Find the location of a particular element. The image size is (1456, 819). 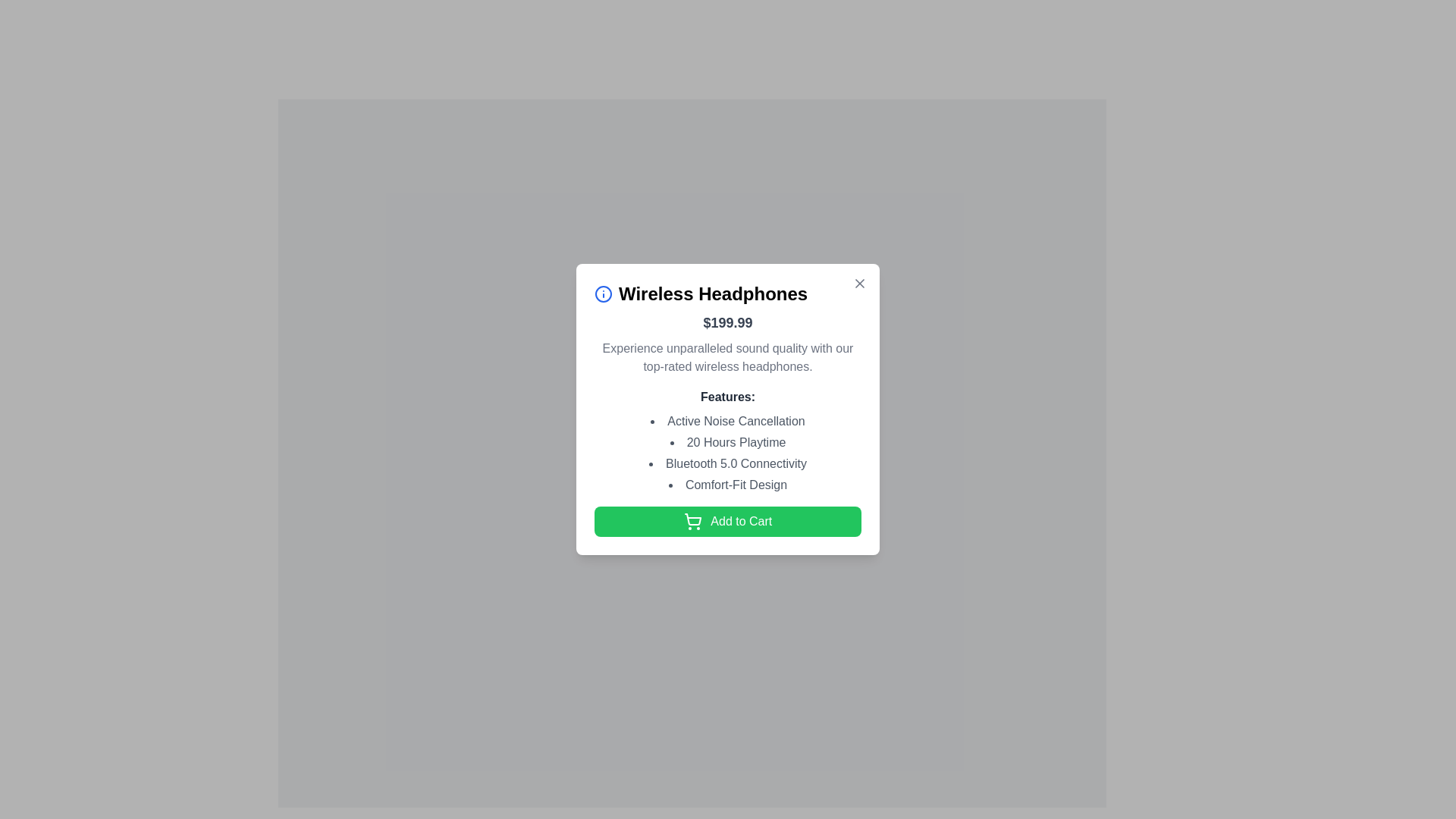

descriptive text displayed below the price tag '$199.99' in the product information card is located at coordinates (728, 356).